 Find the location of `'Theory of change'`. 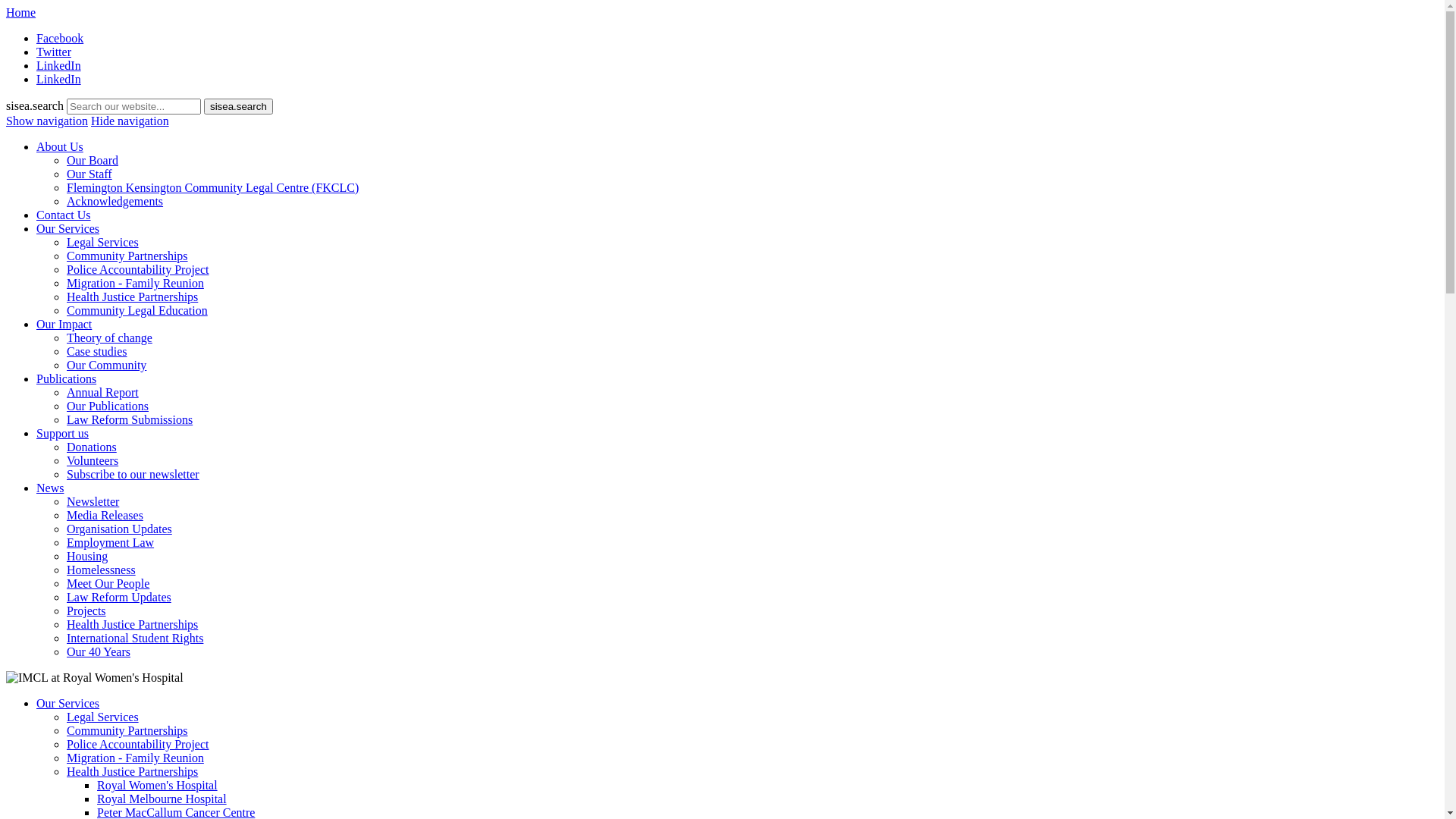

'Theory of change' is located at coordinates (65, 337).